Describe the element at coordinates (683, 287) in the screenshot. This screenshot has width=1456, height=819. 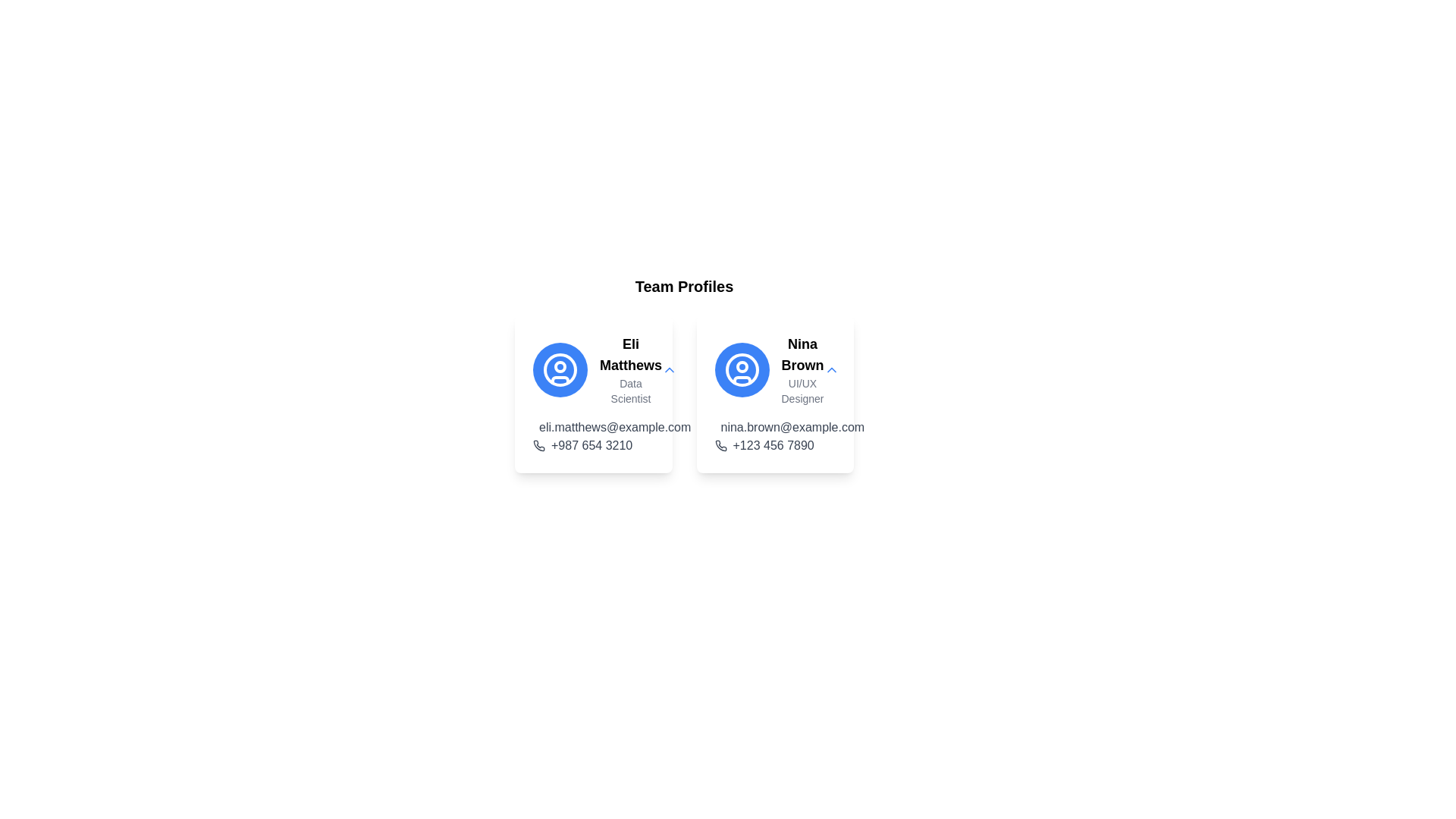
I see `the Text Heading displaying 'Team Profiles'` at that location.